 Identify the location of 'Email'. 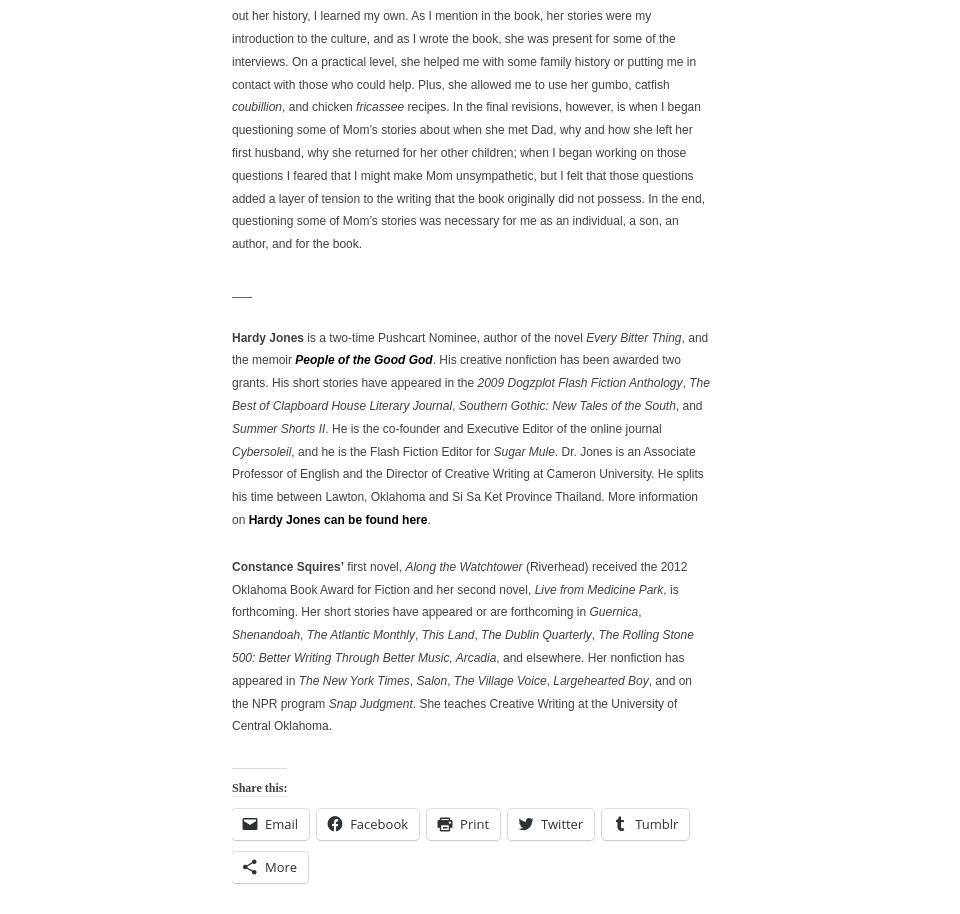
(280, 821).